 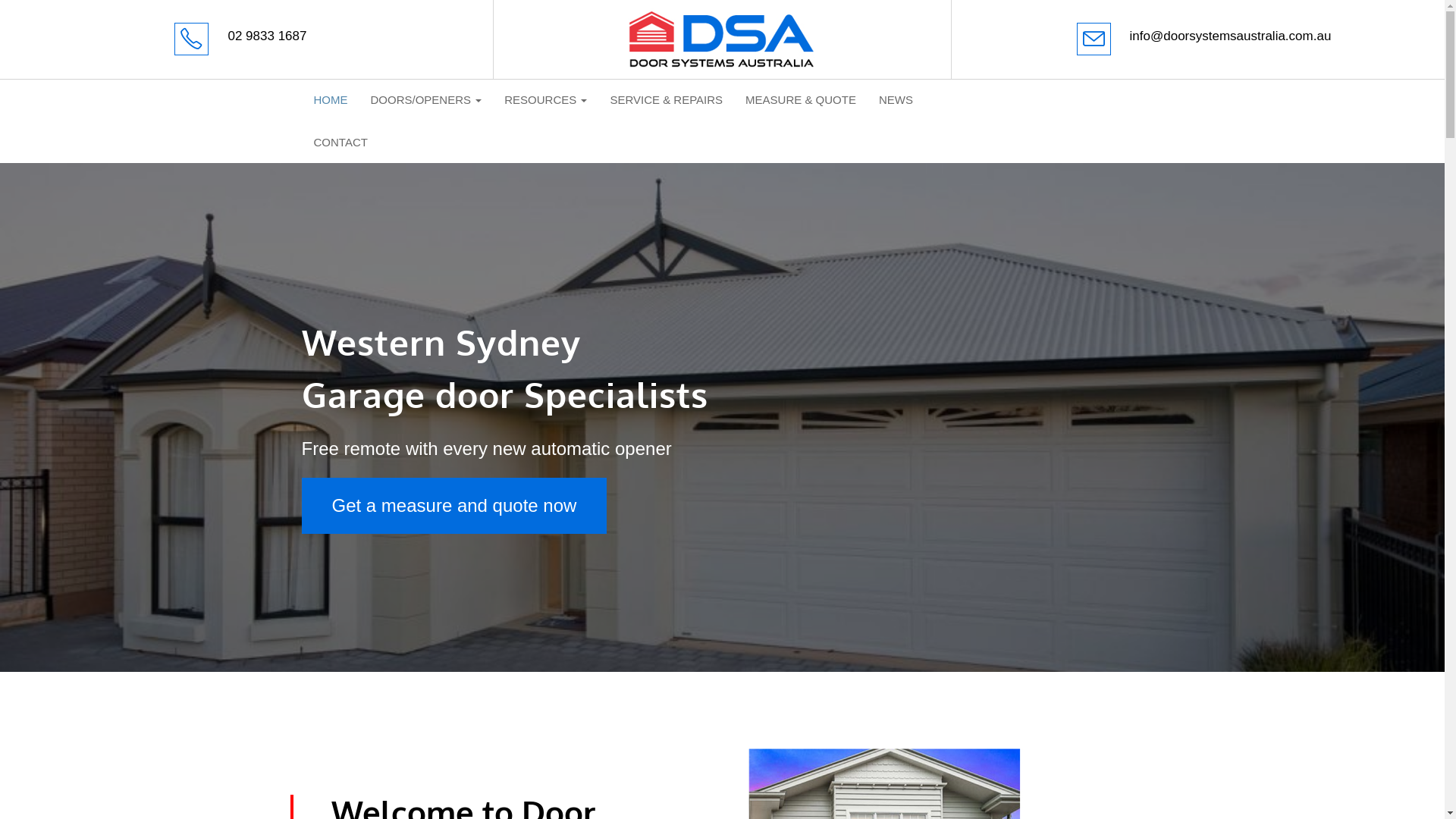 I want to click on 'NEWS', so click(x=896, y=99).